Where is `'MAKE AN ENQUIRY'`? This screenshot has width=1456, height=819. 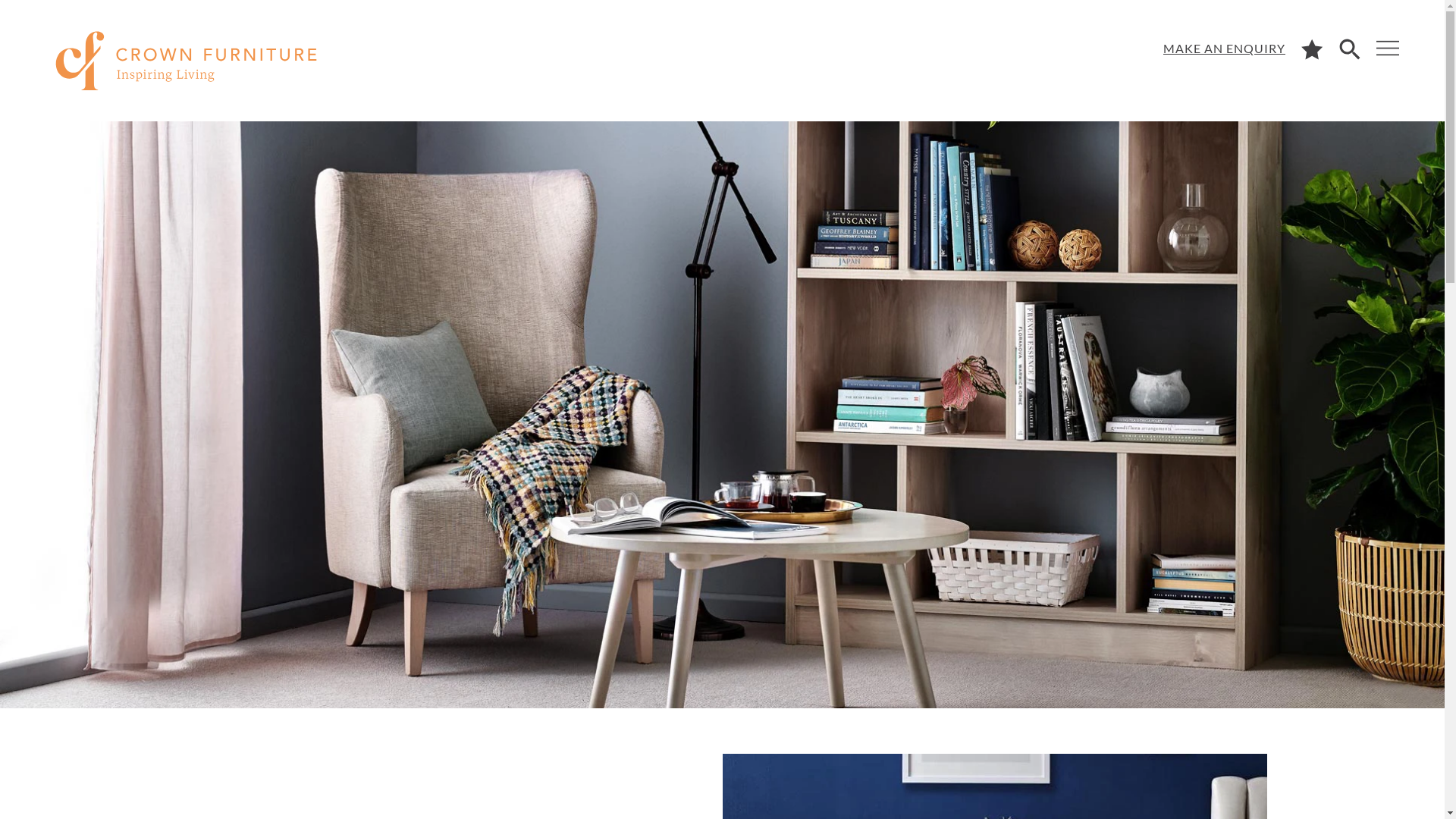 'MAKE AN ENQUIRY' is located at coordinates (1163, 47).